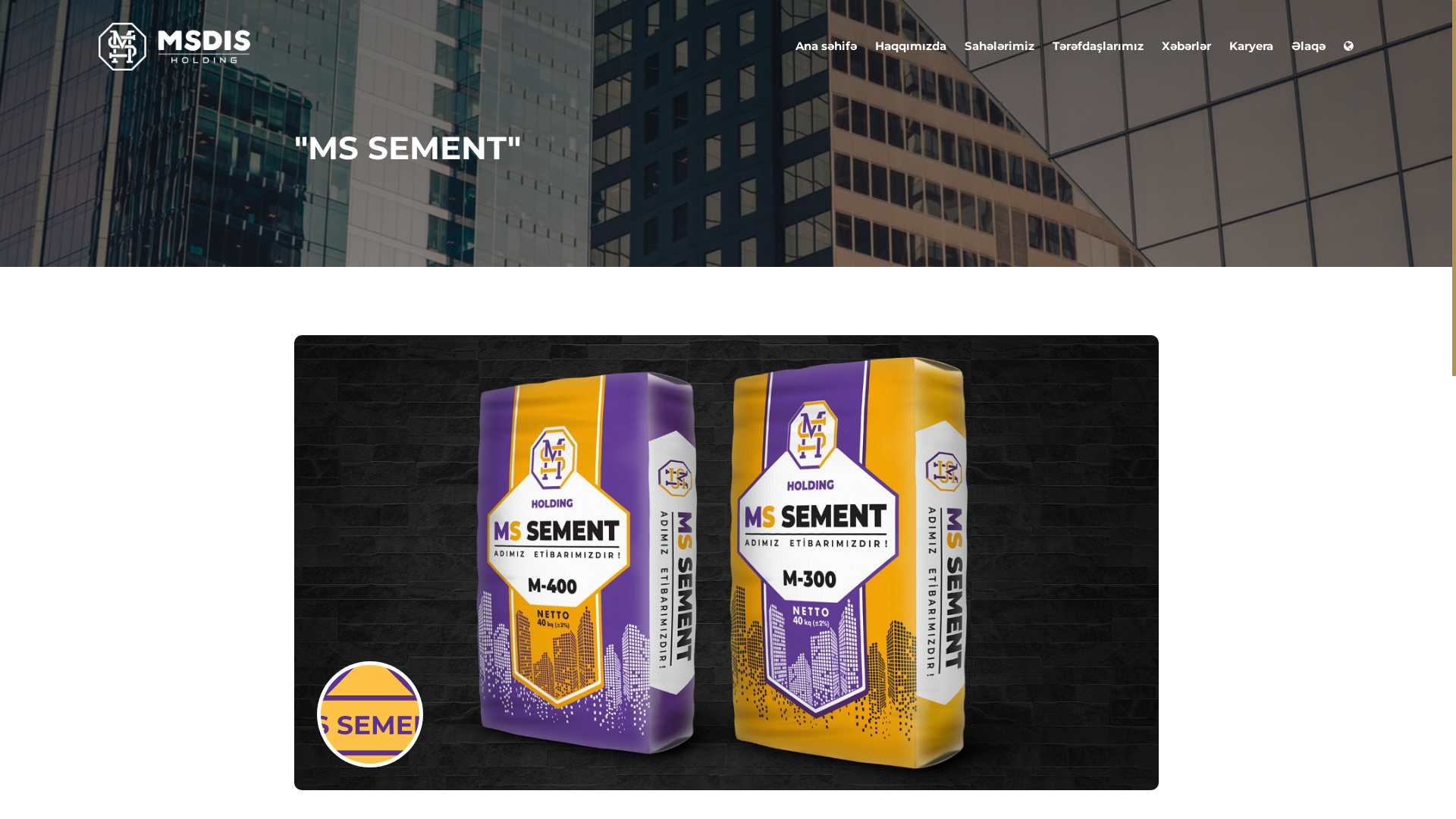 This screenshot has height=819, width=1456. I want to click on 'Karyera', so click(1229, 45).